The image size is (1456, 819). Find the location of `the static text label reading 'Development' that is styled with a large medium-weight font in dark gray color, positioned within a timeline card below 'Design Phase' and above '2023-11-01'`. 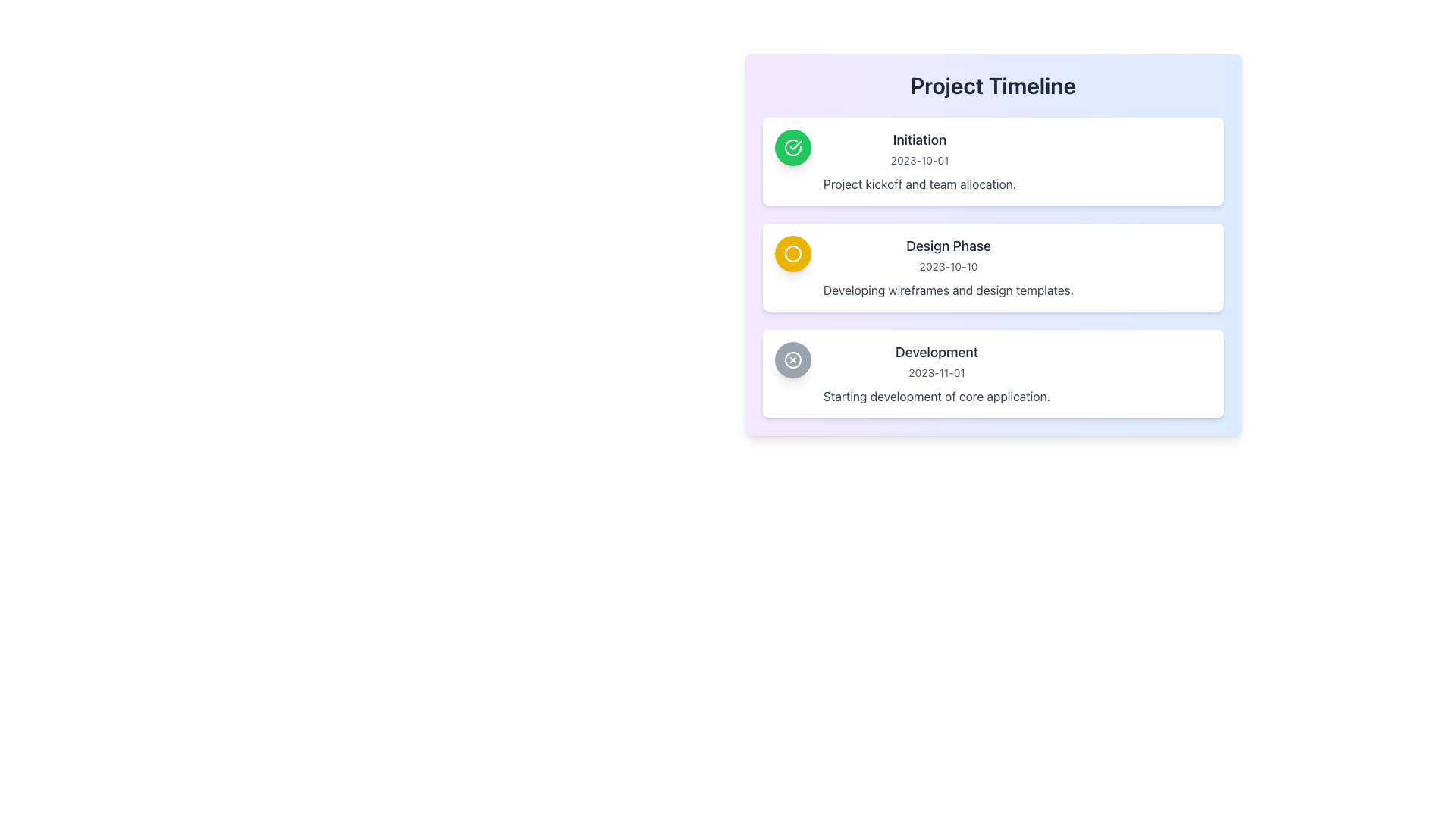

the static text label reading 'Development' that is styled with a large medium-weight font in dark gray color, positioned within a timeline card below 'Design Phase' and above '2023-11-01' is located at coordinates (936, 353).